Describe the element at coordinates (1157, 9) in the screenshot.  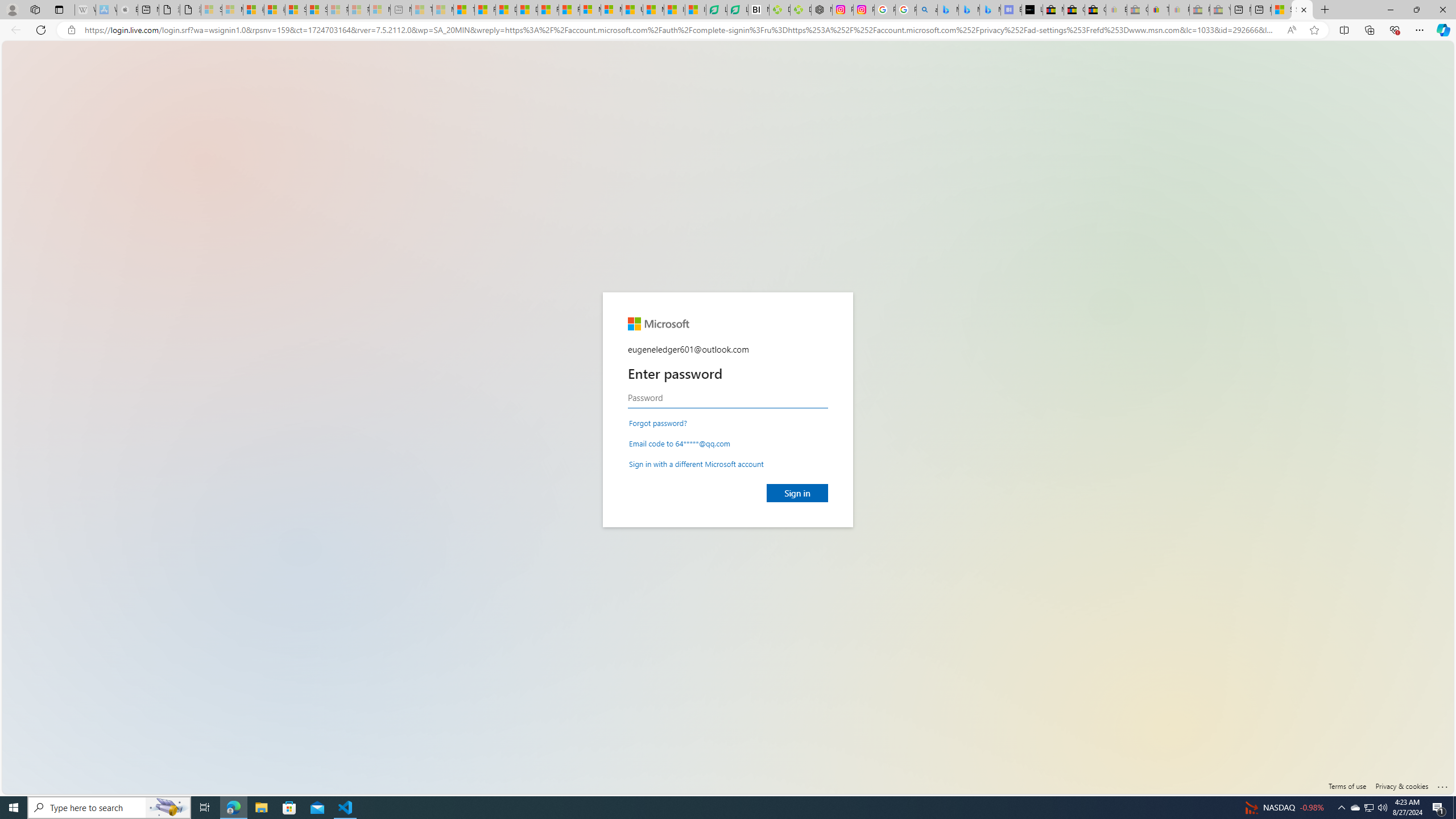
I see `'Threats and offensive language policy | eBay'` at that location.